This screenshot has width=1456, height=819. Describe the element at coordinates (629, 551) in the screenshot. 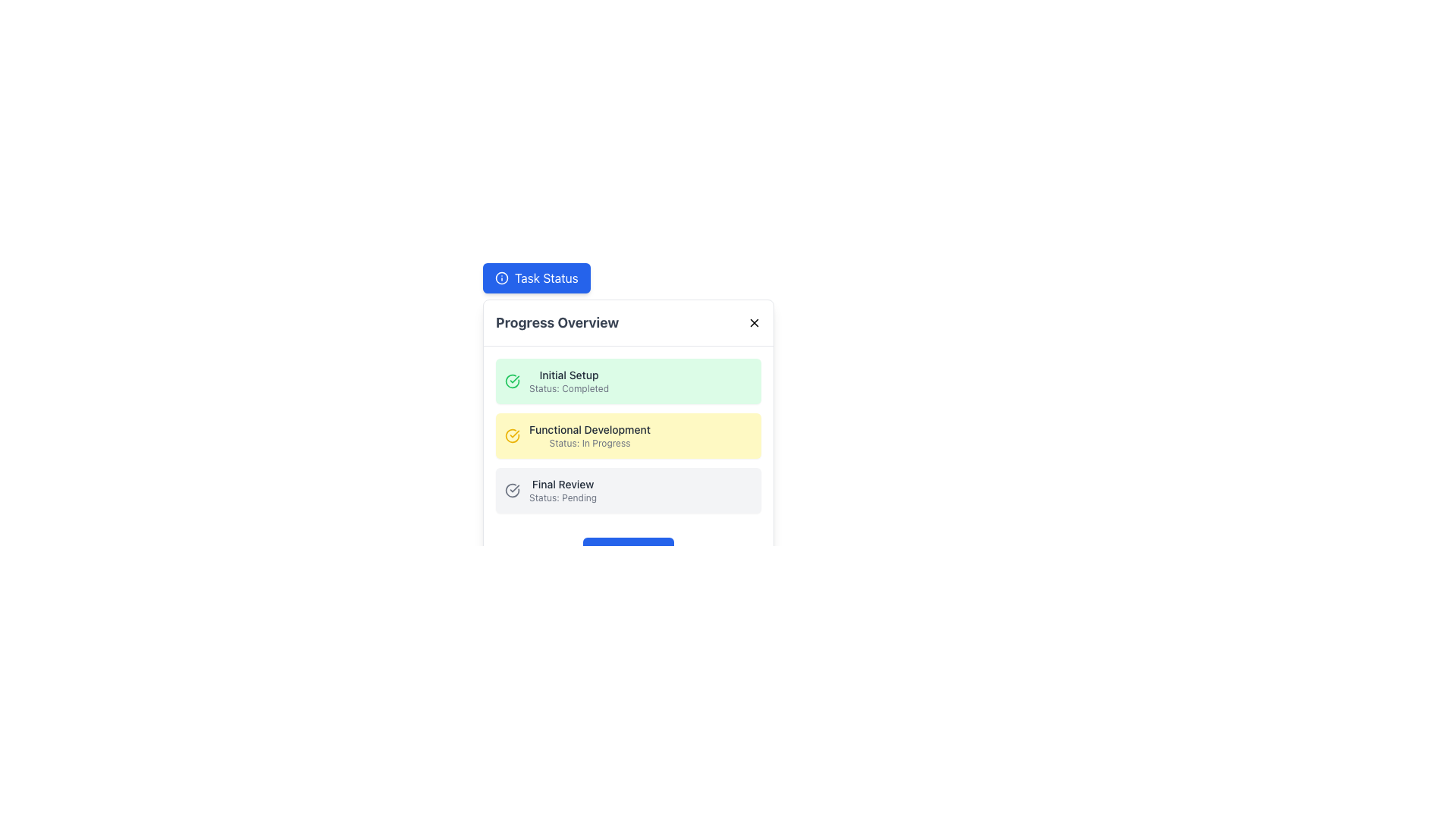

I see `the 'View Details' button, which is a rectangular button with white text on a blue background, located at the bottom of the 'Progress Overview' dialog` at that location.